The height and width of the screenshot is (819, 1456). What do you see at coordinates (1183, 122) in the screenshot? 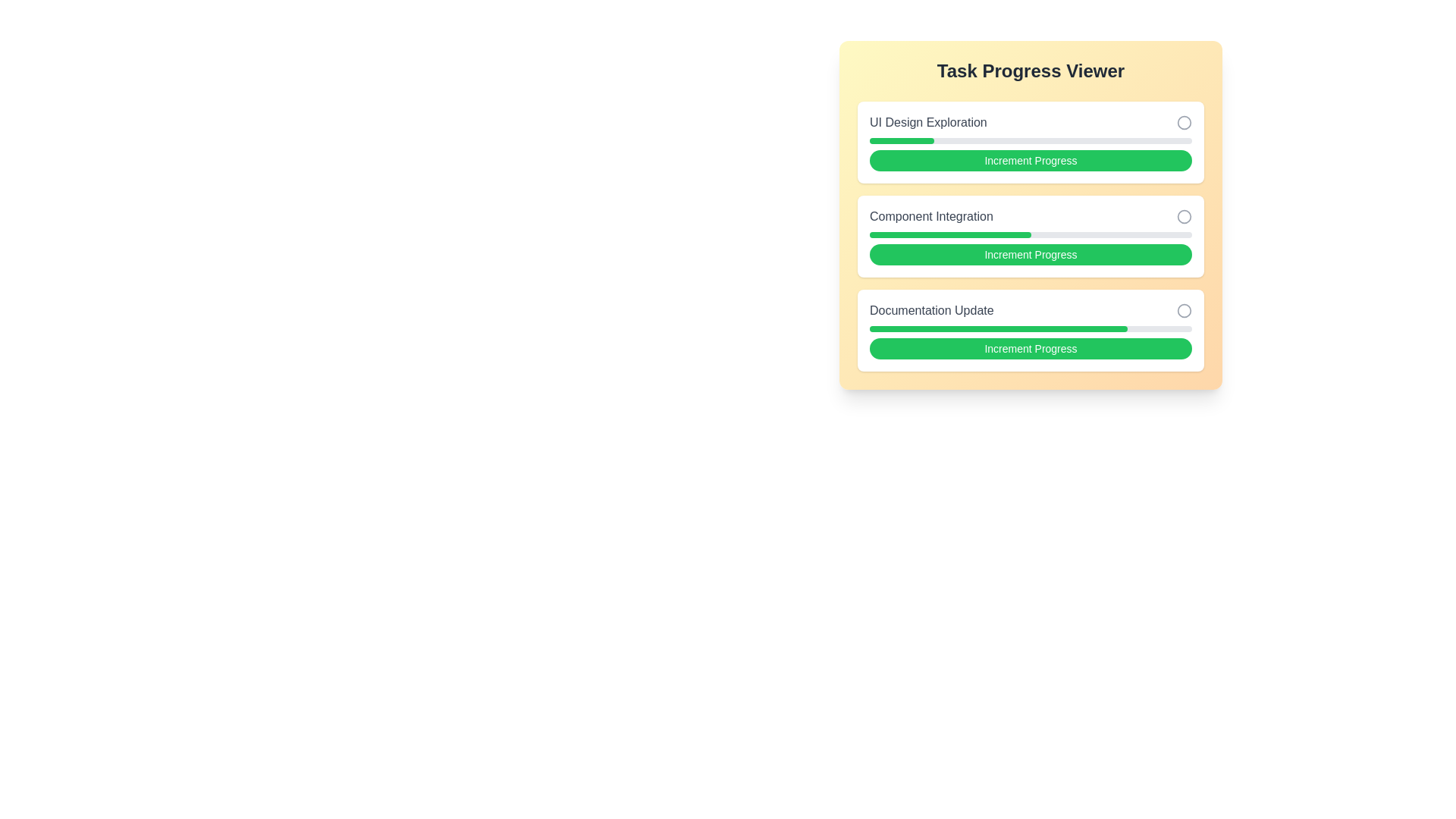
I see `the Circular status indicator located at the rightmost position in the 'UI Design Exploration' section, which serves as a status marker for task completion` at bounding box center [1183, 122].